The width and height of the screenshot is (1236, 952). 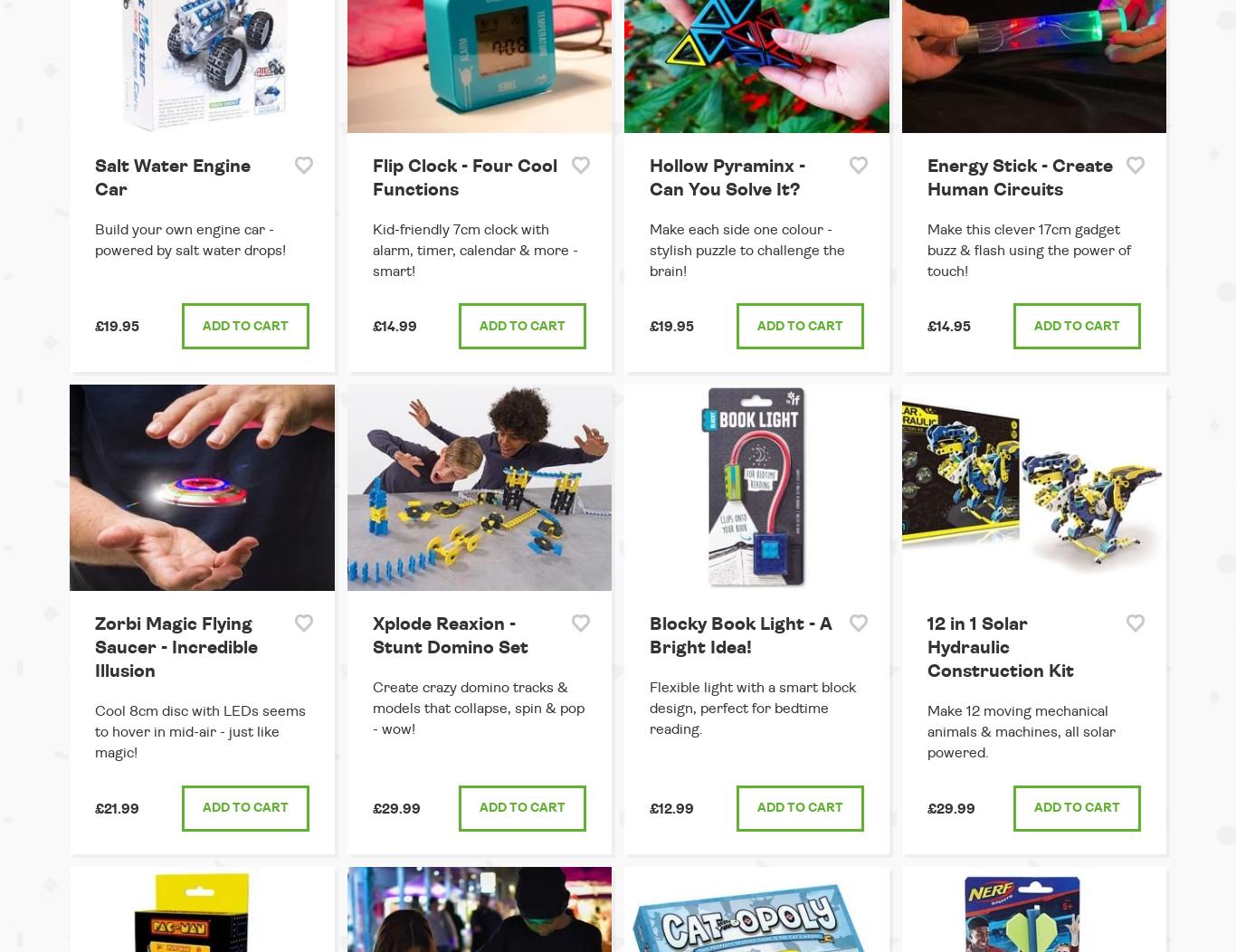 I want to click on 'Flip Clock - Four Cool Functions', so click(x=463, y=176).